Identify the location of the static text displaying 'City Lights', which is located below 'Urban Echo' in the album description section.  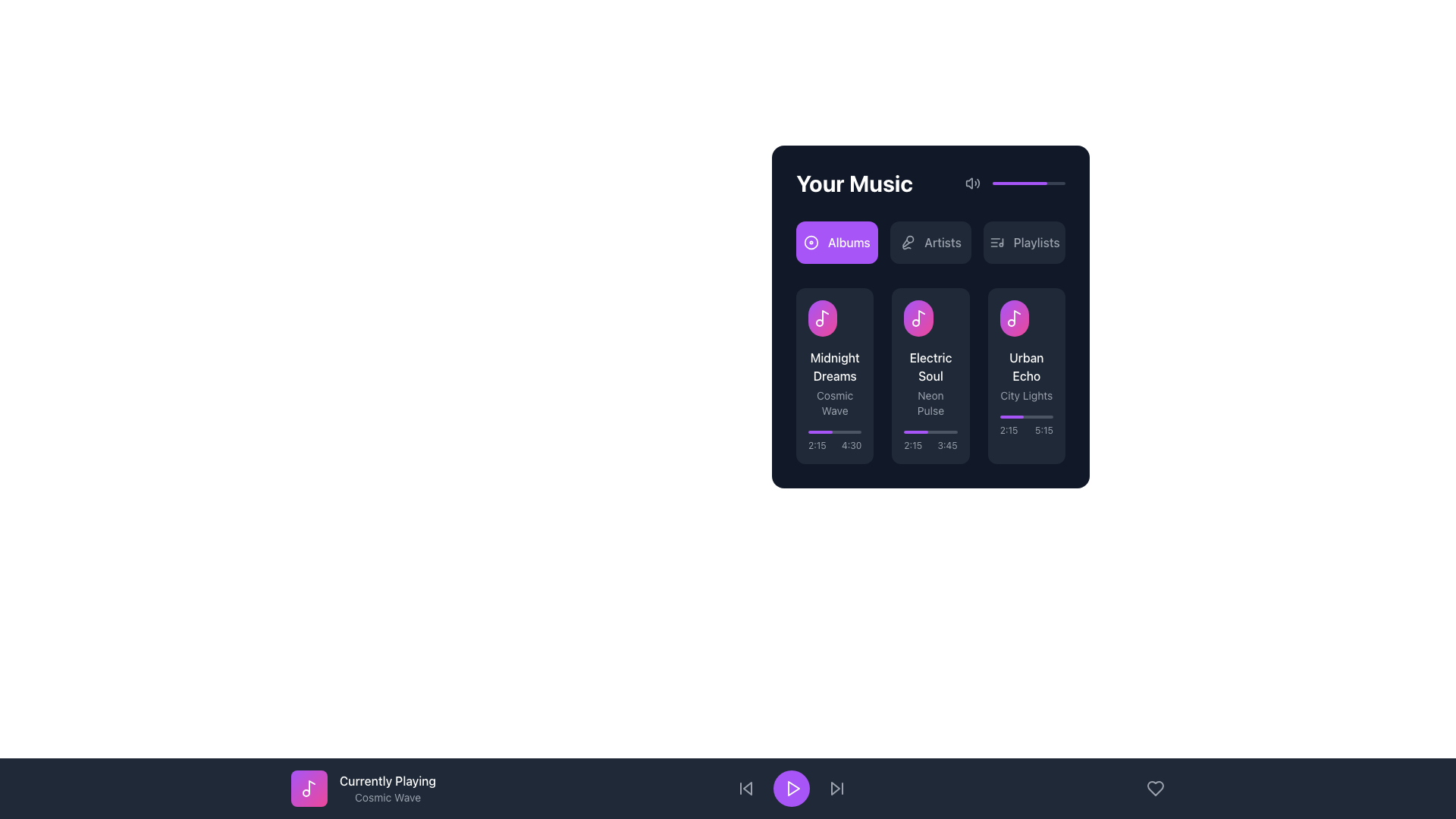
(1026, 394).